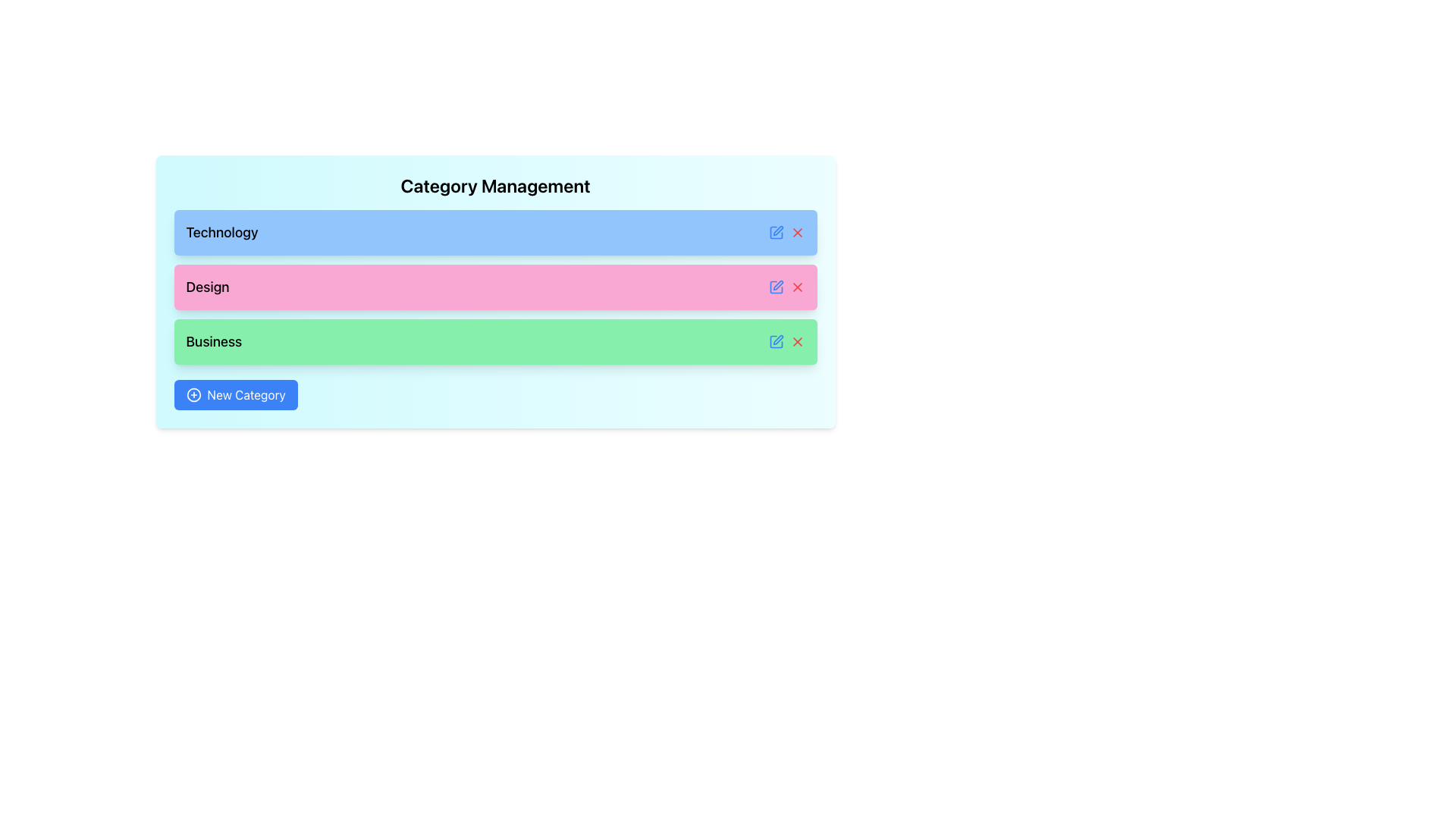 The width and height of the screenshot is (1456, 819). What do you see at coordinates (796, 342) in the screenshot?
I see `the delete icon located in the bottom-right corner of the green 'Business' category box` at bounding box center [796, 342].